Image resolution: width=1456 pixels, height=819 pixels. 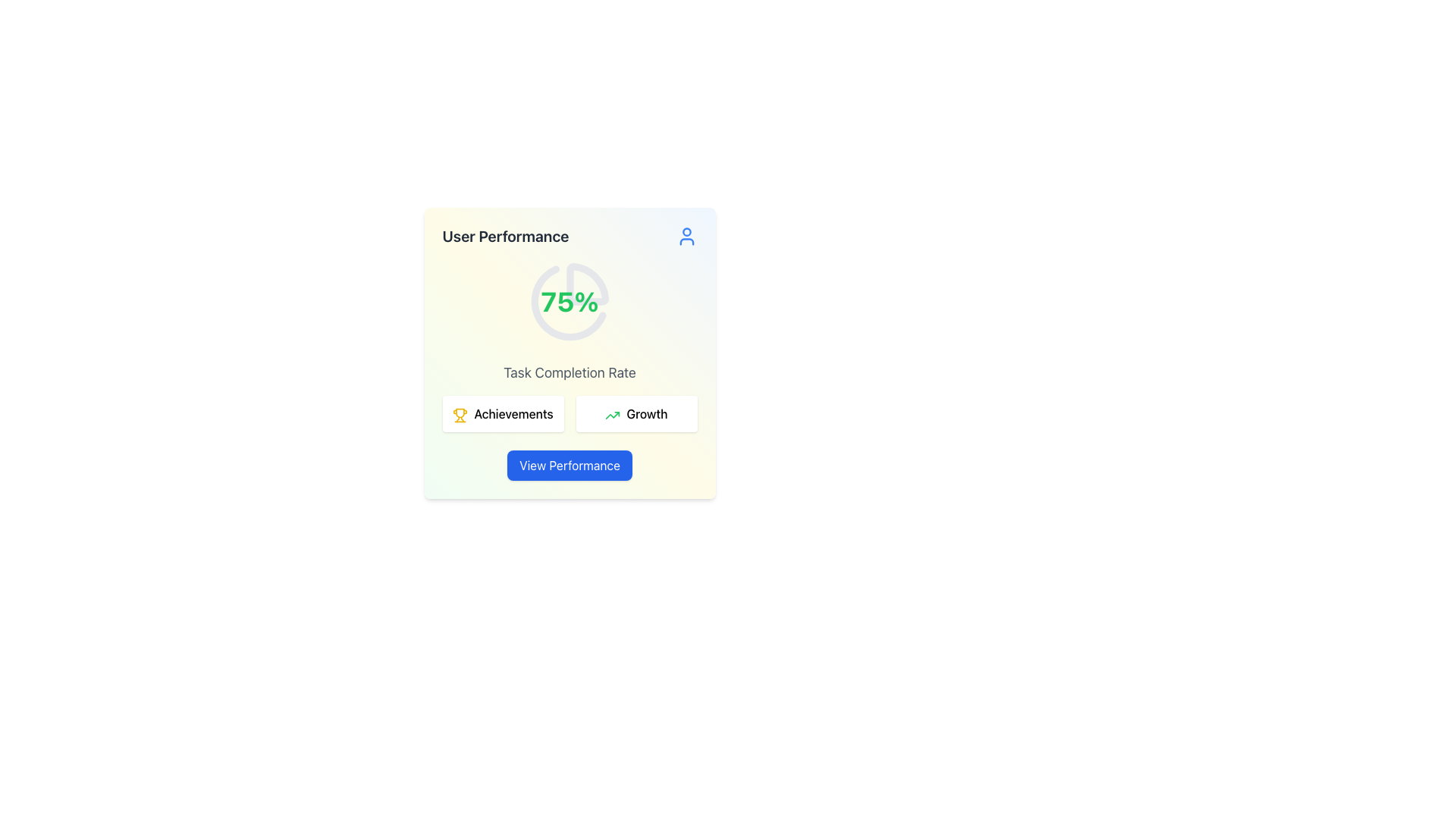 What do you see at coordinates (569, 301) in the screenshot?
I see `the static text element that visually represents a percentage value indicating the completion rate, located at the center of a circular graphical representation within the 'User Performance' card, above the label 'Task Completion Rate'` at bounding box center [569, 301].